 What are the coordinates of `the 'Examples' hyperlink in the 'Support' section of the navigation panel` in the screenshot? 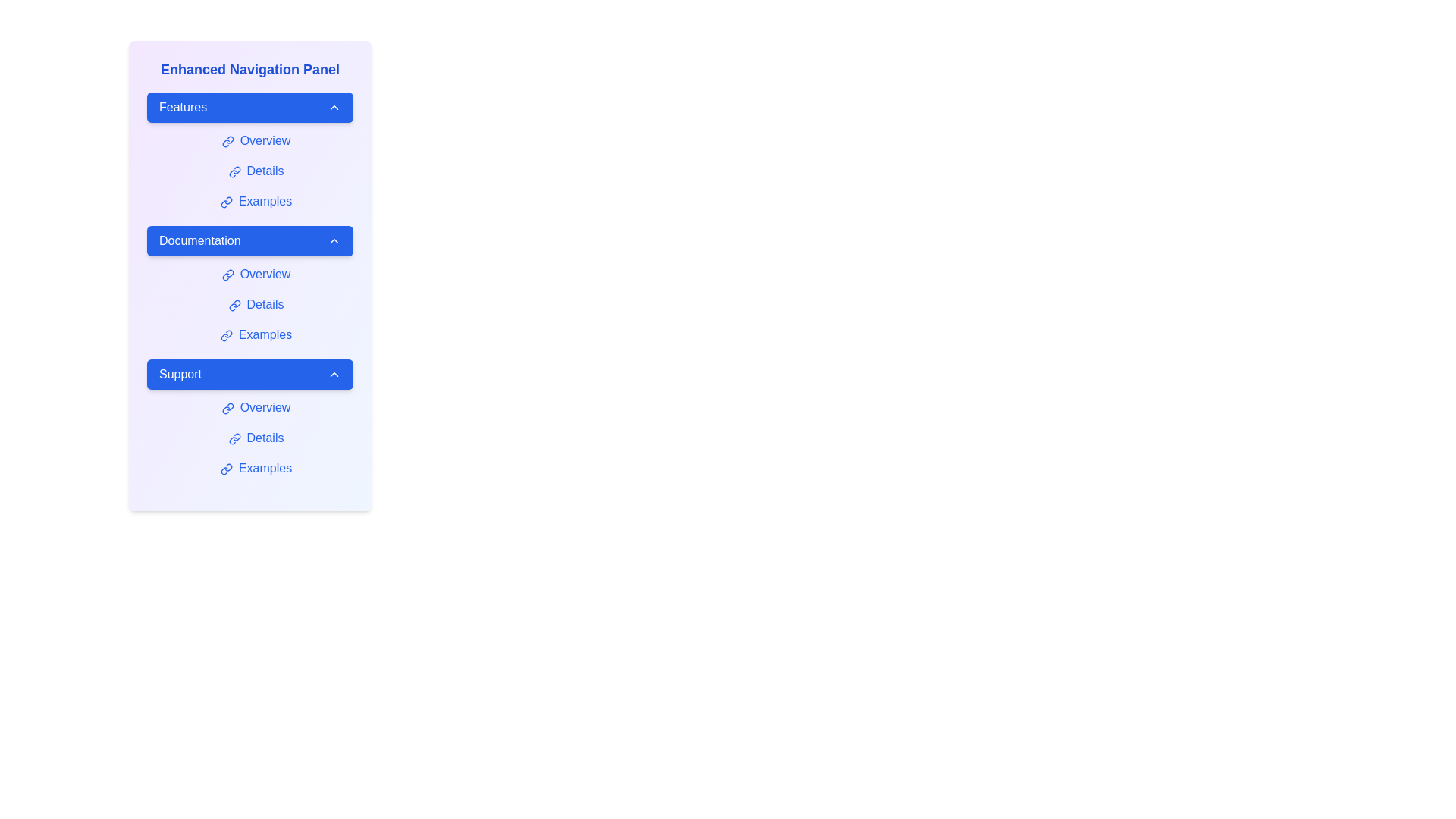 It's located at (256, 467).